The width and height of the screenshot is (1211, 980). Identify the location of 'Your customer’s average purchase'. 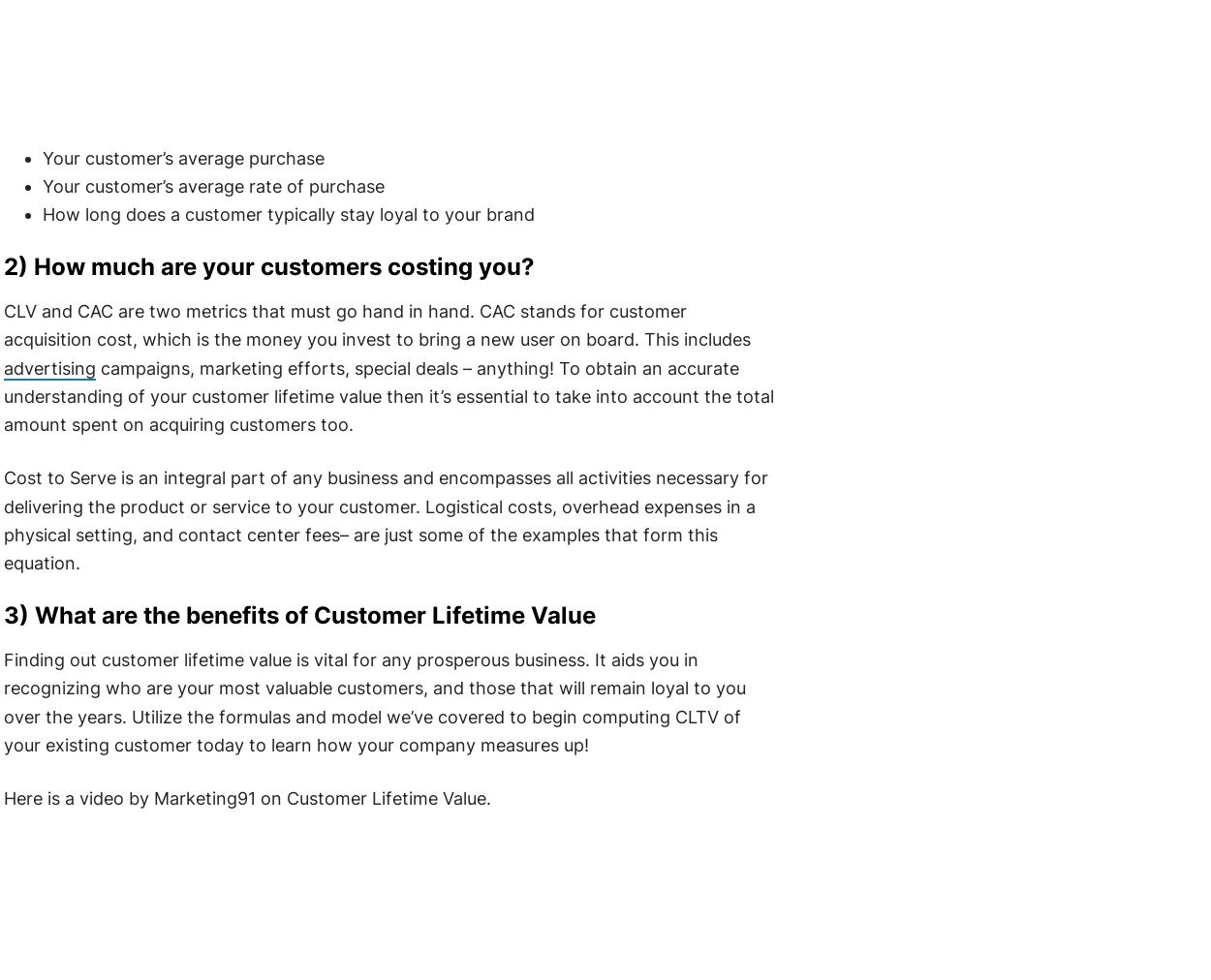
(182, 157).